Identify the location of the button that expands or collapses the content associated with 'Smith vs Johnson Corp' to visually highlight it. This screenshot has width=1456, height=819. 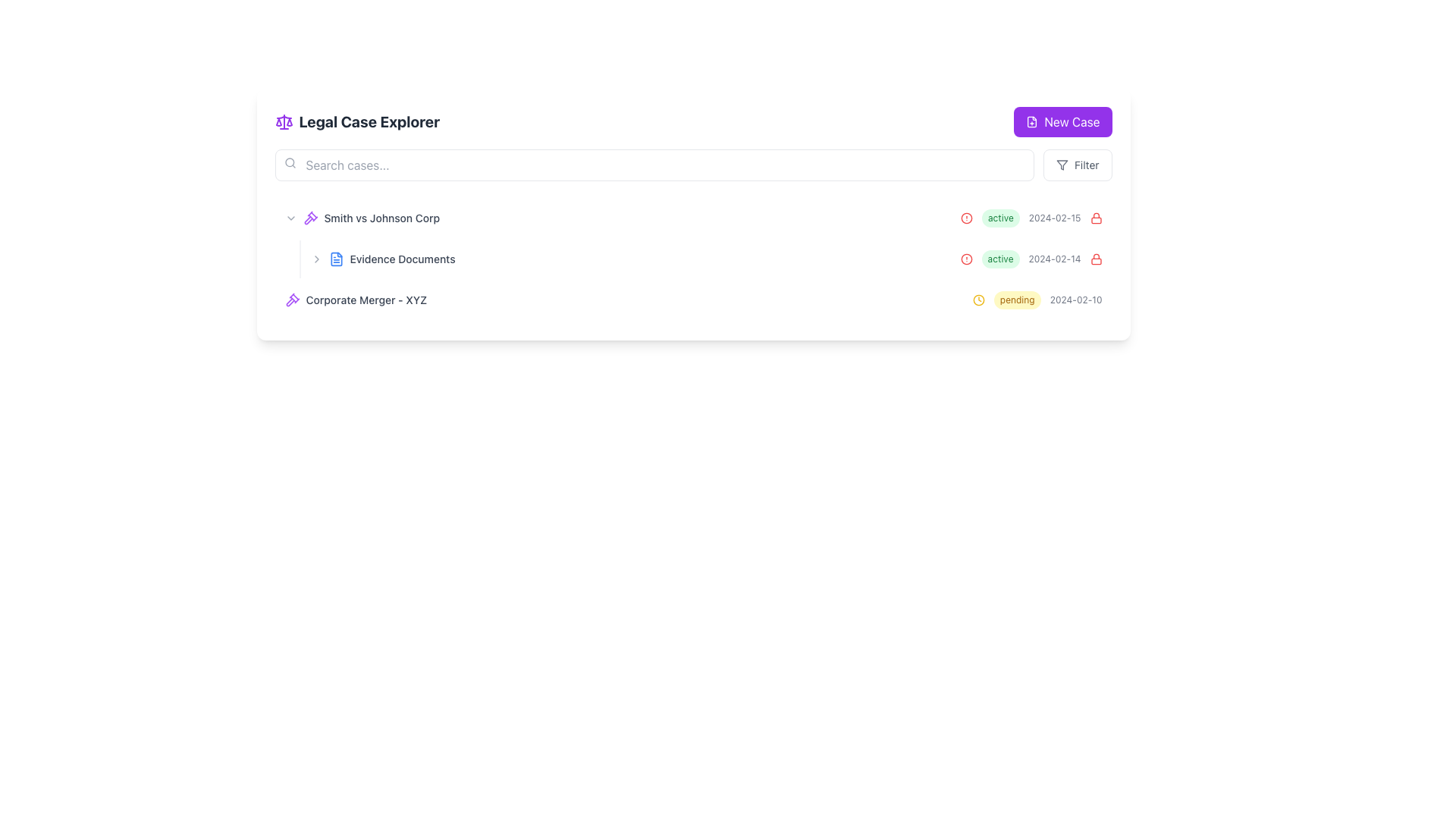
(290, 218).